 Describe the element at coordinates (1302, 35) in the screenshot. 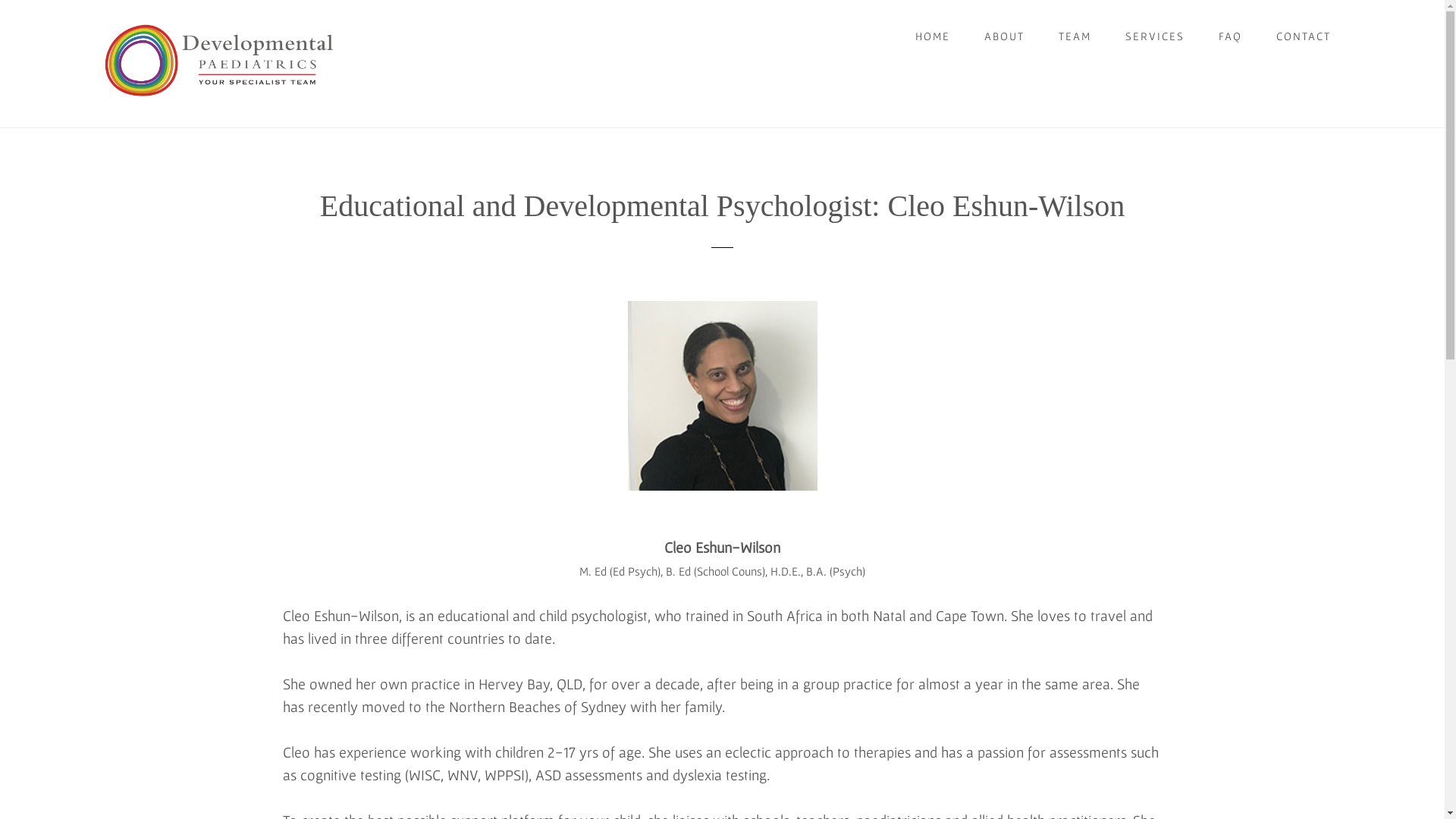

I see `'CONTACT'` at that location.